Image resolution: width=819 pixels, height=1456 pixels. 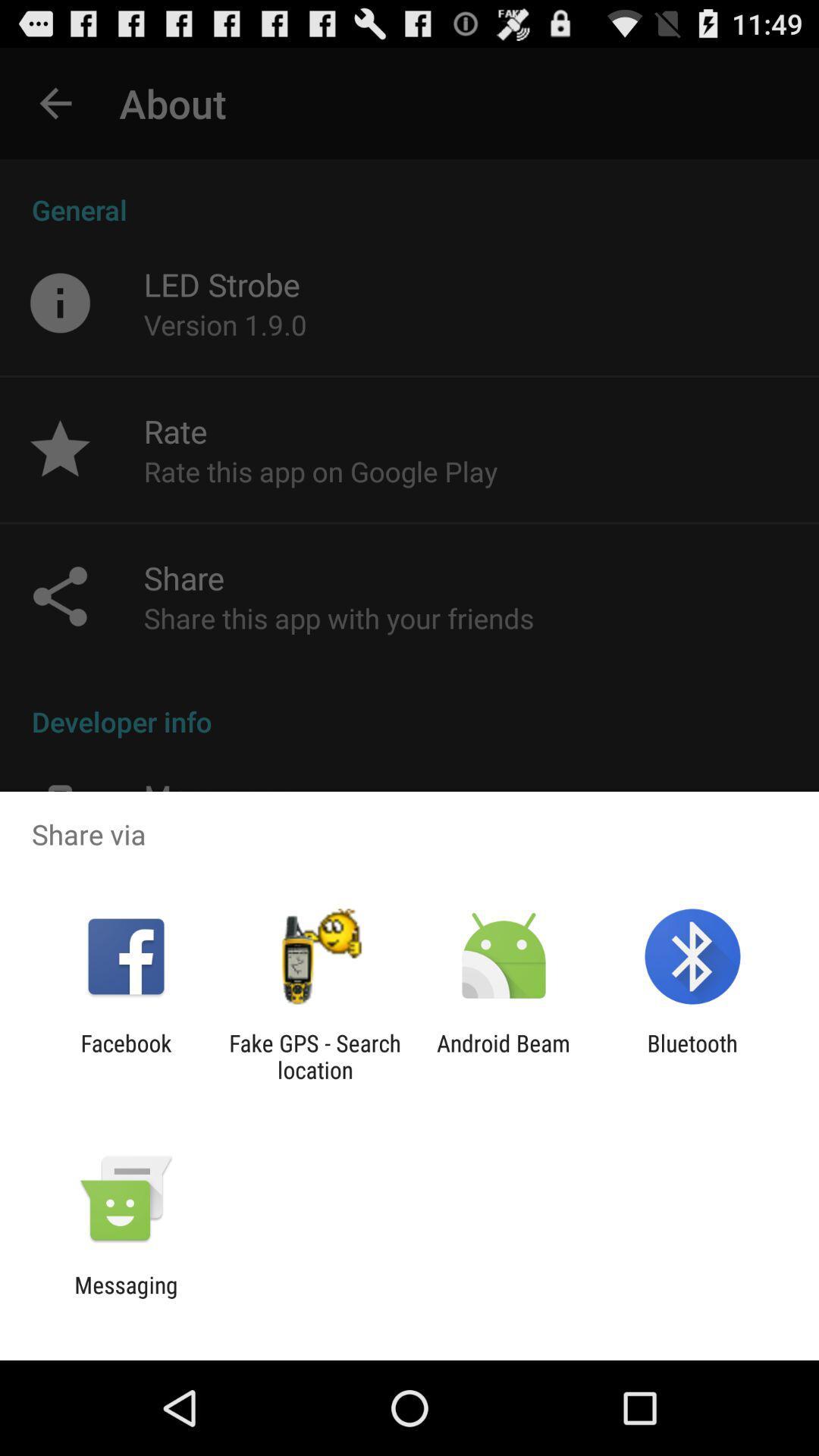 What do you see at coordinates (504, 1056) in the screenshot?
I see `the icon next to the fake gps search app` at bounding box center [504, 1056].